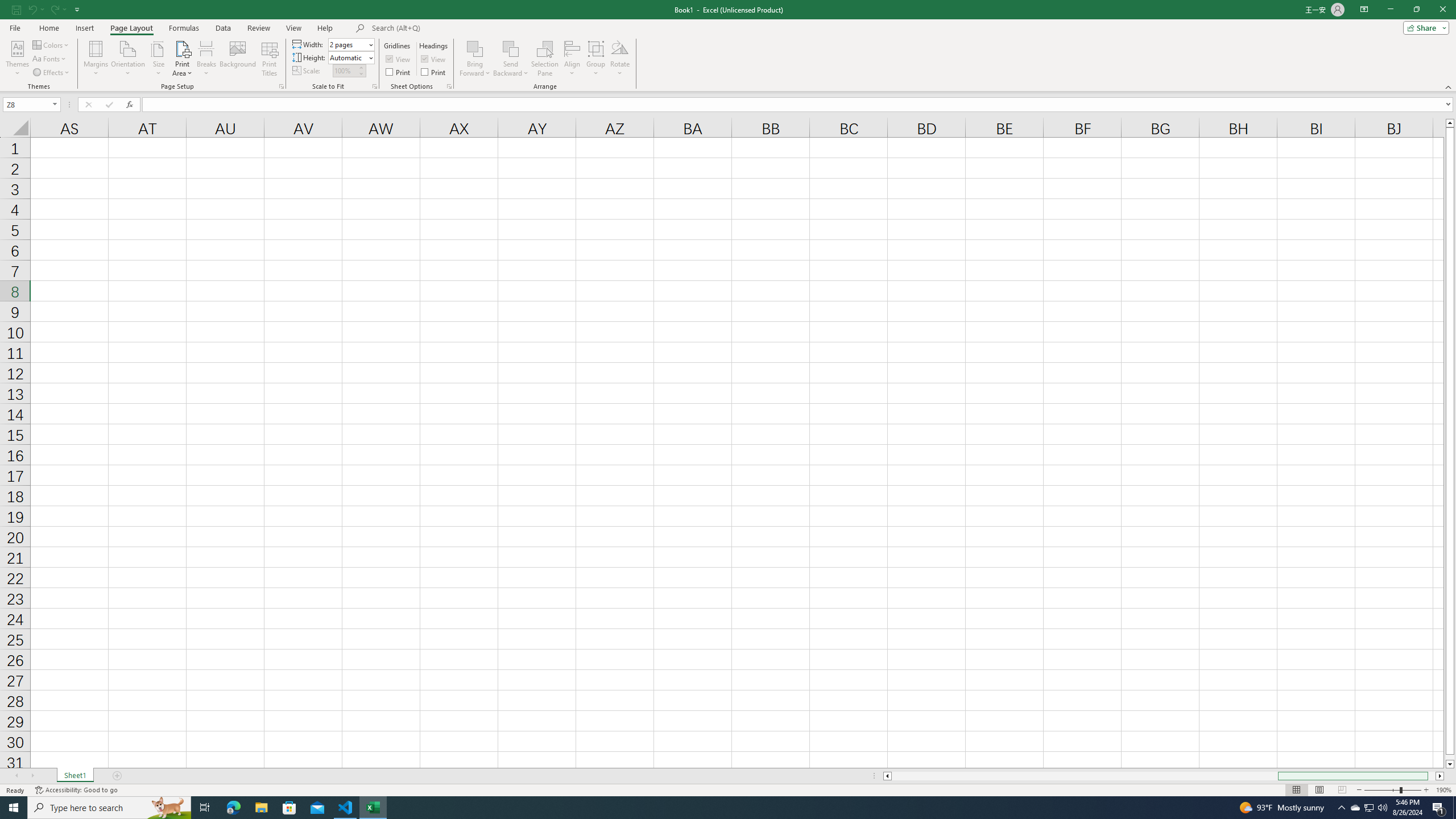 Image resolution: width=1456 pixels, height=819 pixels. I want to click on 'Undo', so click(35, 9).